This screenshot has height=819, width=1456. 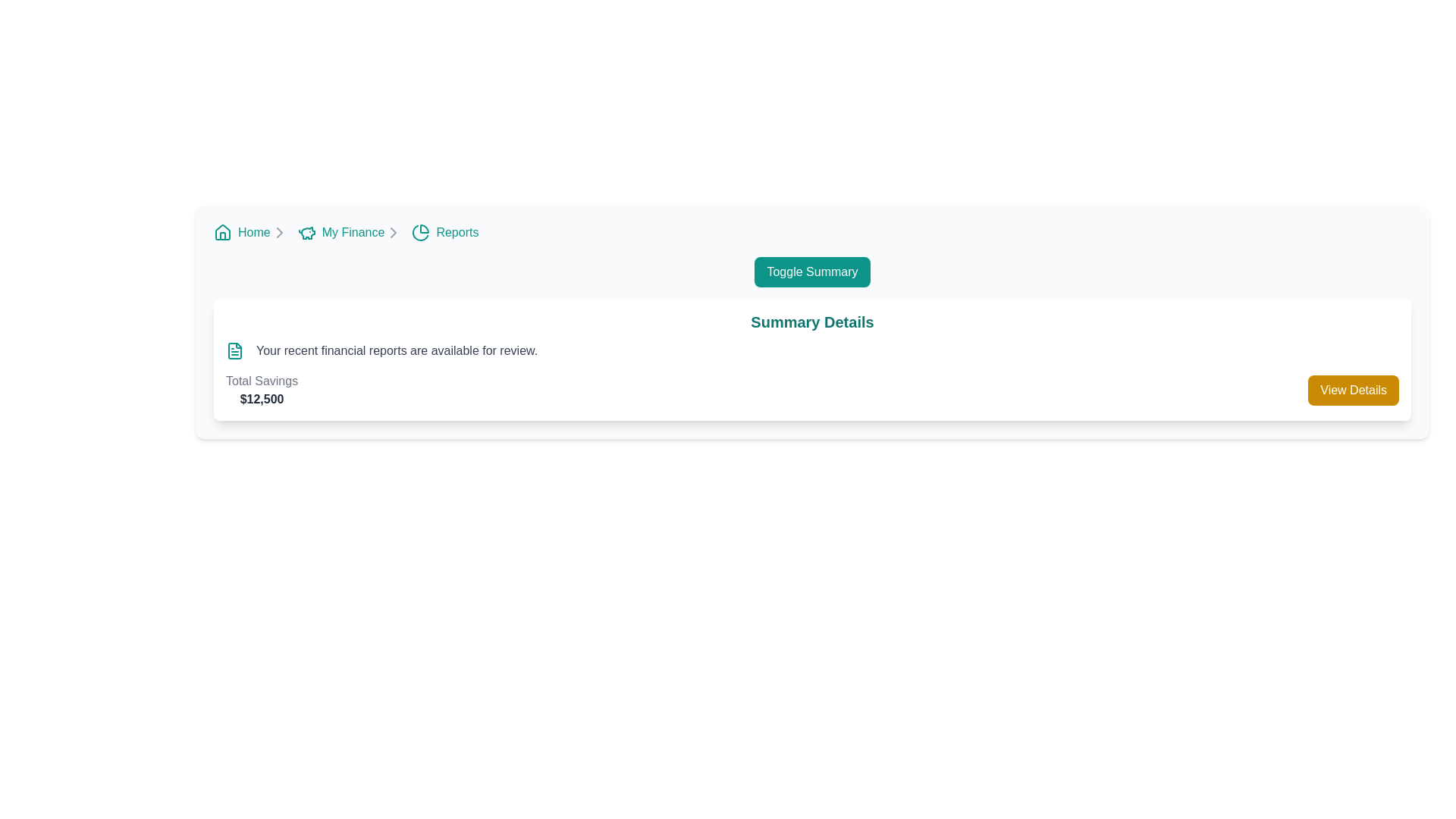 I want to click on the house icon with a green outline located on the left-hand side of the navigation bar, preceding the label 'Home', so click(x=221, y=233).